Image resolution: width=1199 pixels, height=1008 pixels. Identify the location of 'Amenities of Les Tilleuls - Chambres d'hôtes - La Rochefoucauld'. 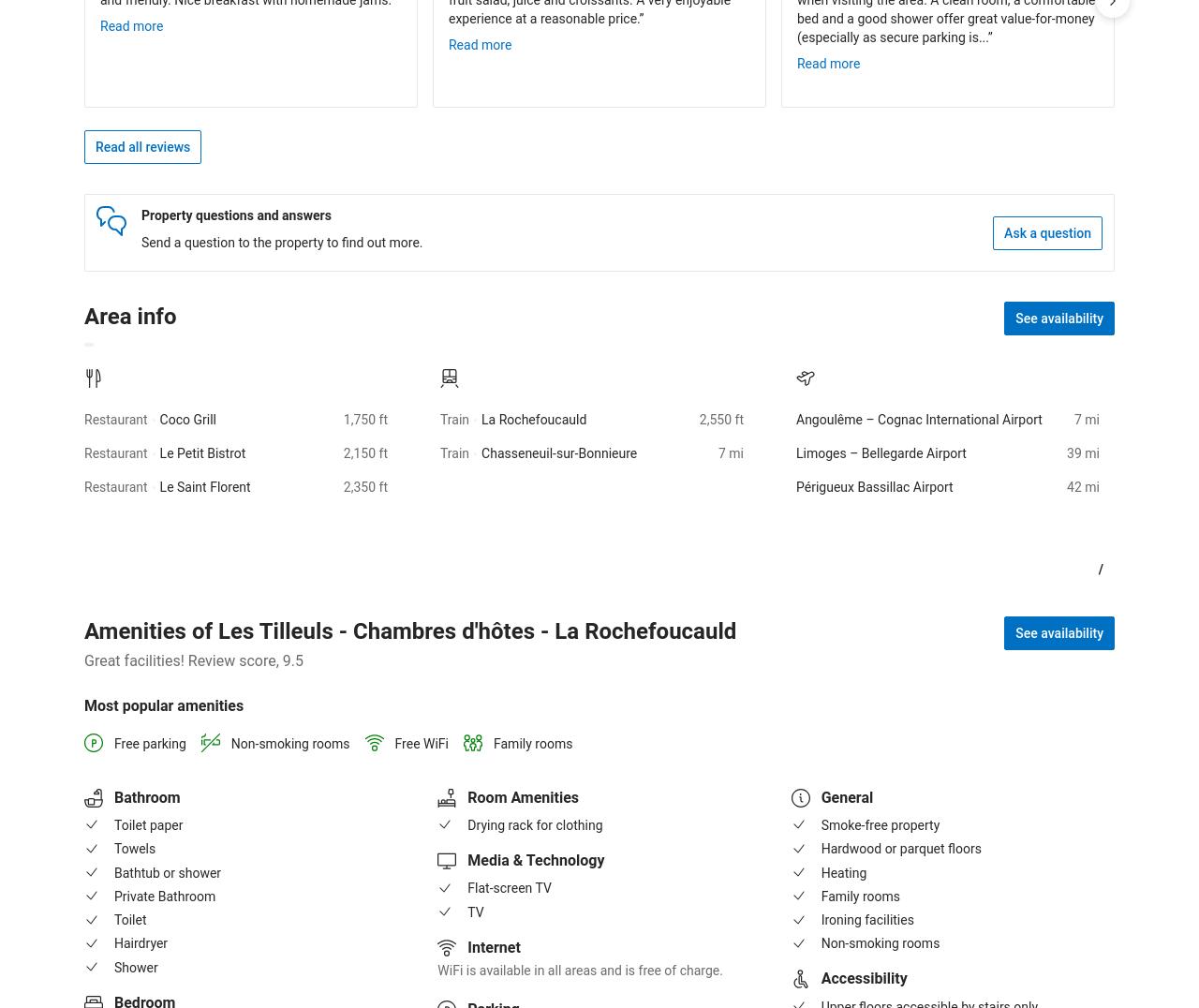
(409, 631).